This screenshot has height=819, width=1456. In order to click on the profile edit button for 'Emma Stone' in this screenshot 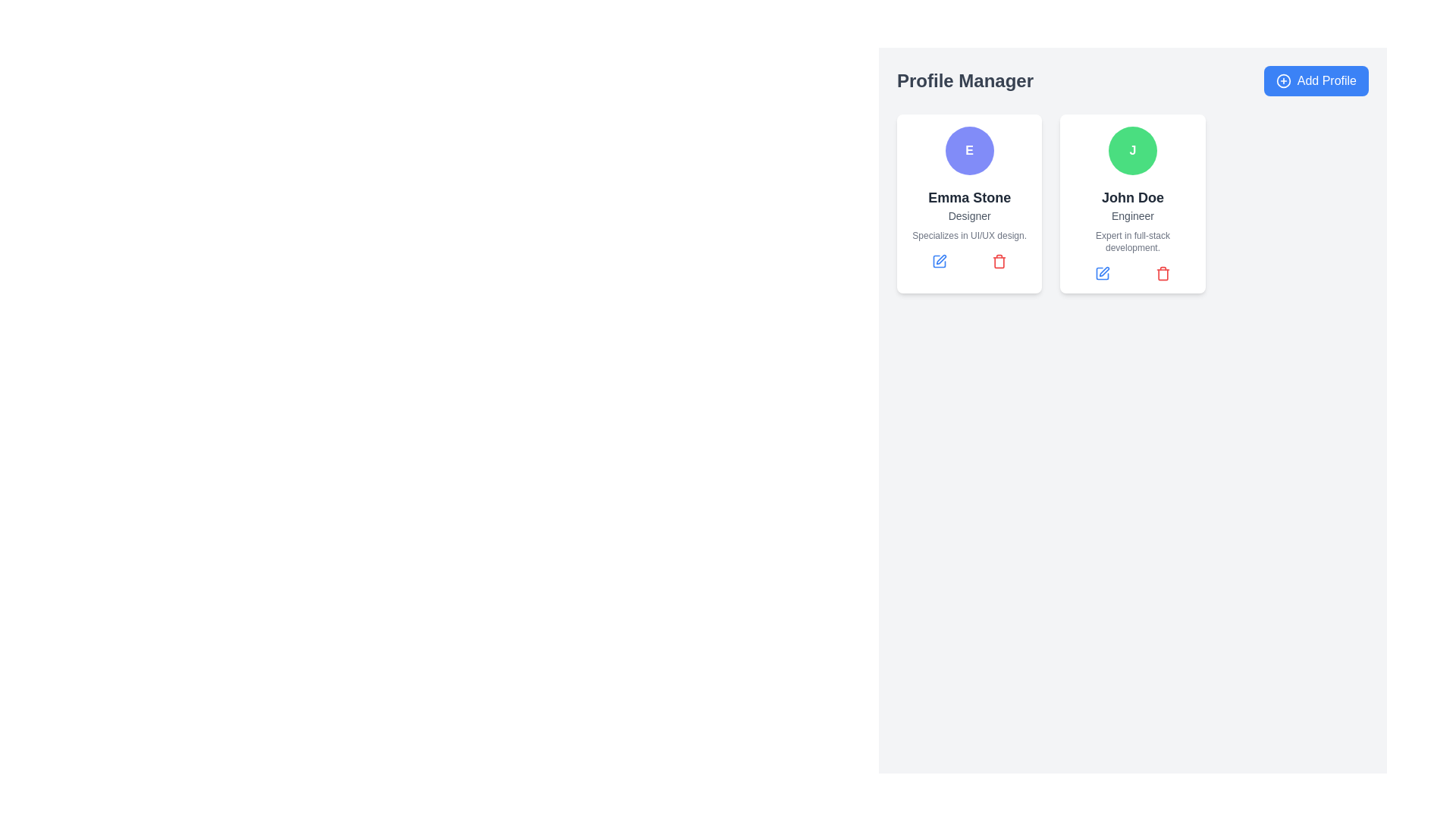, I will do `click(938, 260)`.